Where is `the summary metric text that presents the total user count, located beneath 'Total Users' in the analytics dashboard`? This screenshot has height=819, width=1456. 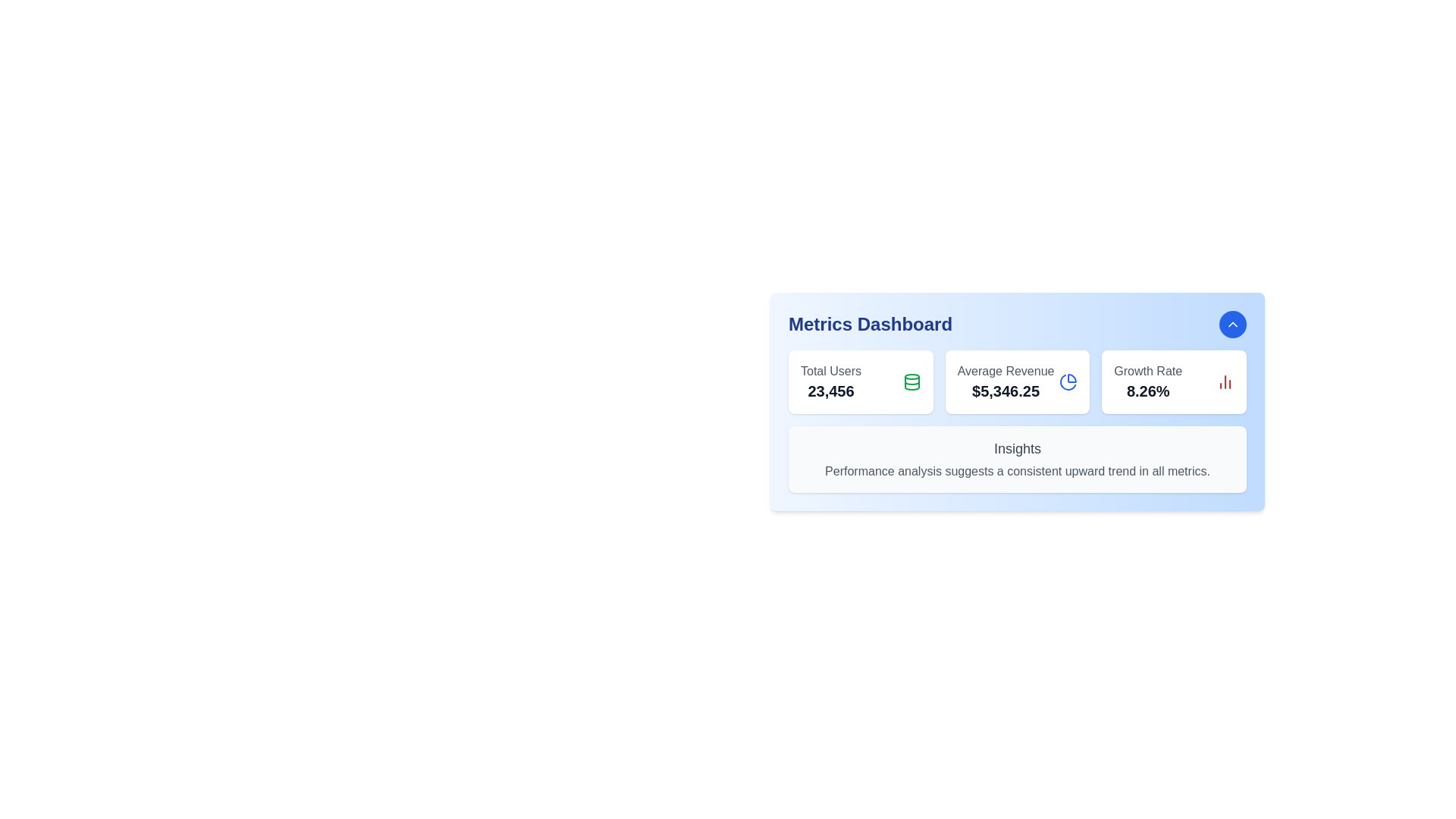 the summary metric text that presents the total user count, located beneath 'Total Users' in the analytics dashboard is located at coordinates (830, 391).